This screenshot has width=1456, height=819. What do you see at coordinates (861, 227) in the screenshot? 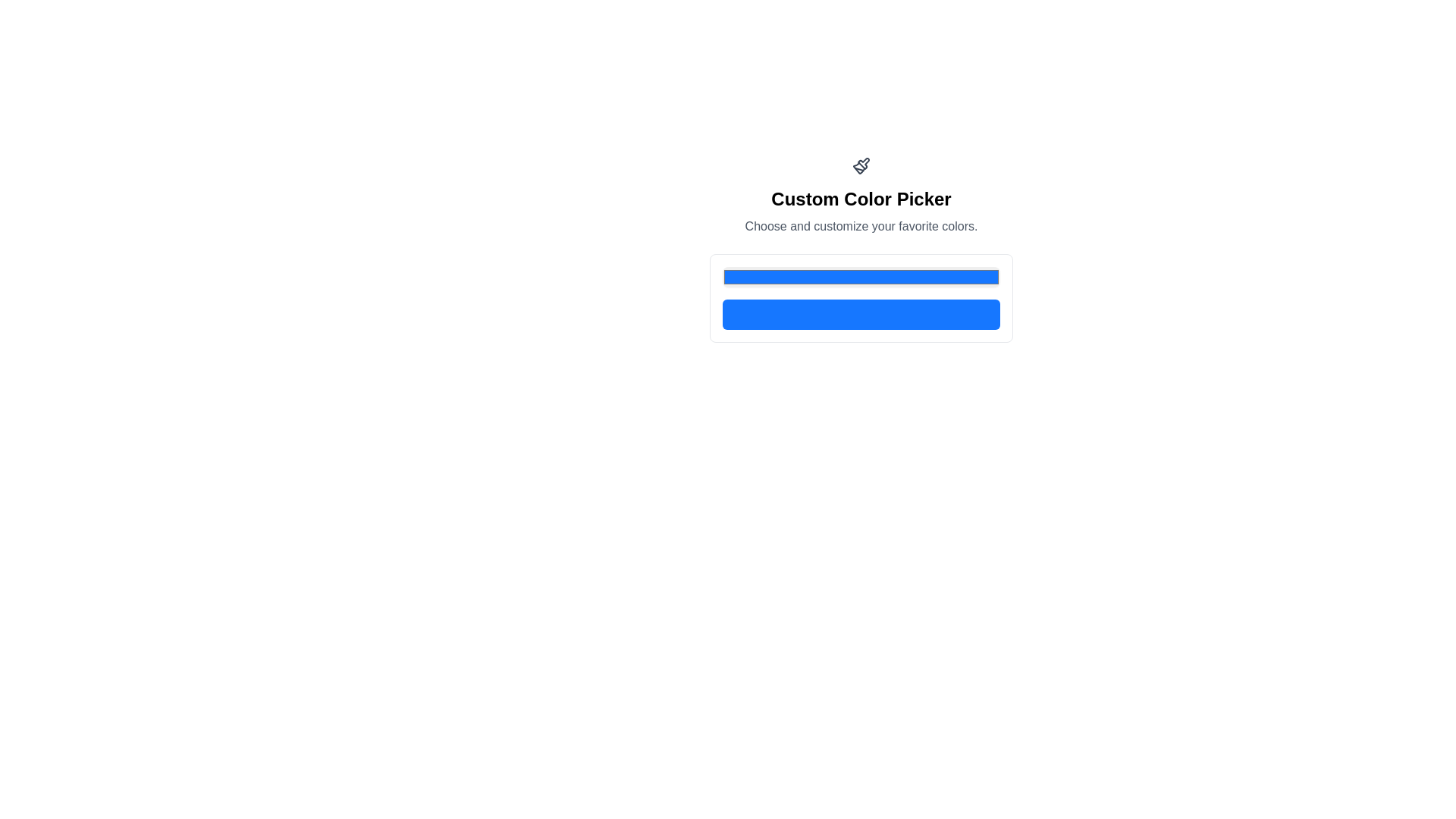
I see `text block displaying the phrase 'Choose and customize your favorite colors.' located below the 'Custom Color Picker' header and above the blue interactive components` at bounding box center [861, 227].